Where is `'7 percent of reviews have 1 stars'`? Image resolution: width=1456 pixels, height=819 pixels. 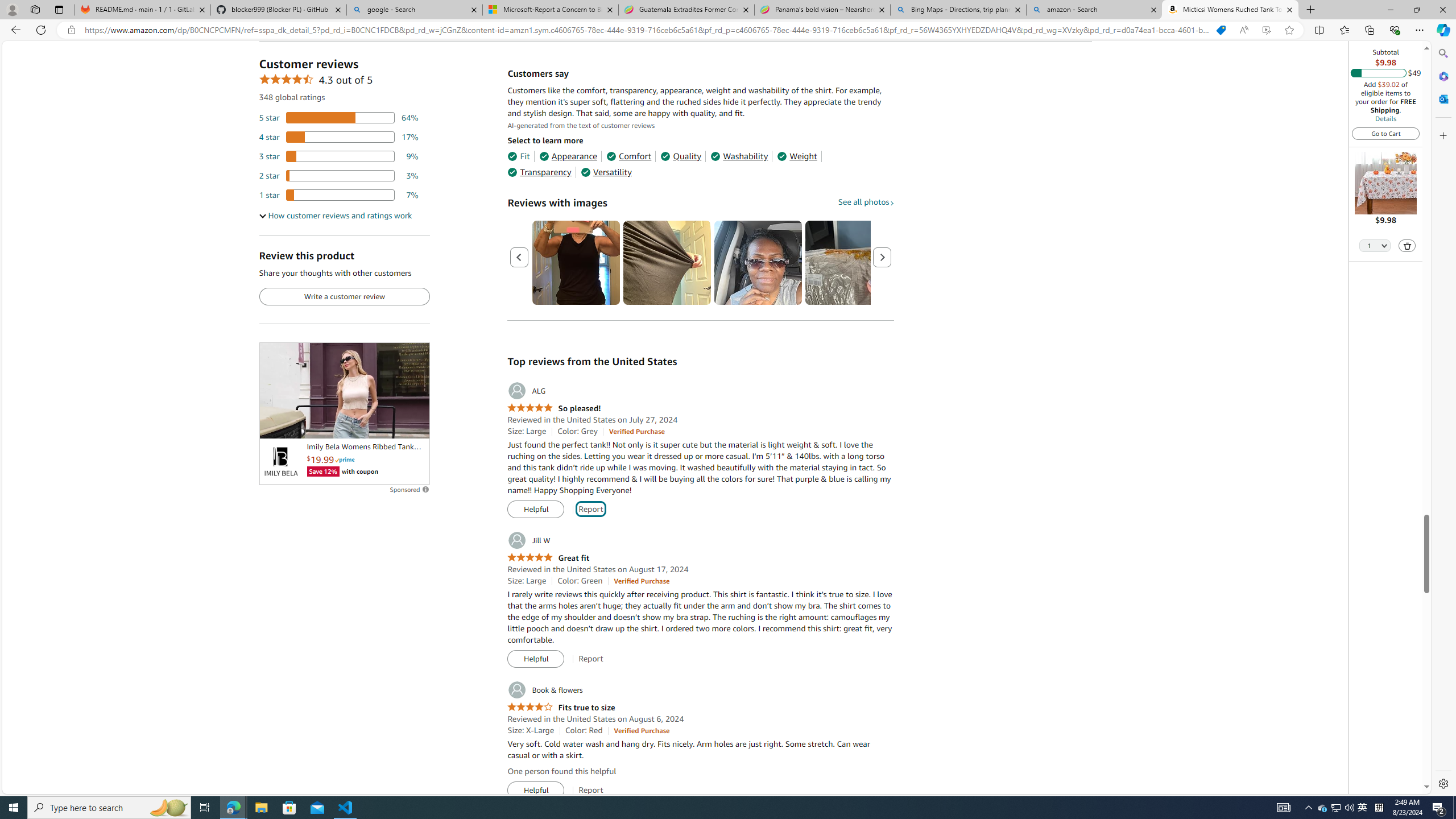 '7 percent of reviews have 1 stars' is located at coordinates (338, 195).